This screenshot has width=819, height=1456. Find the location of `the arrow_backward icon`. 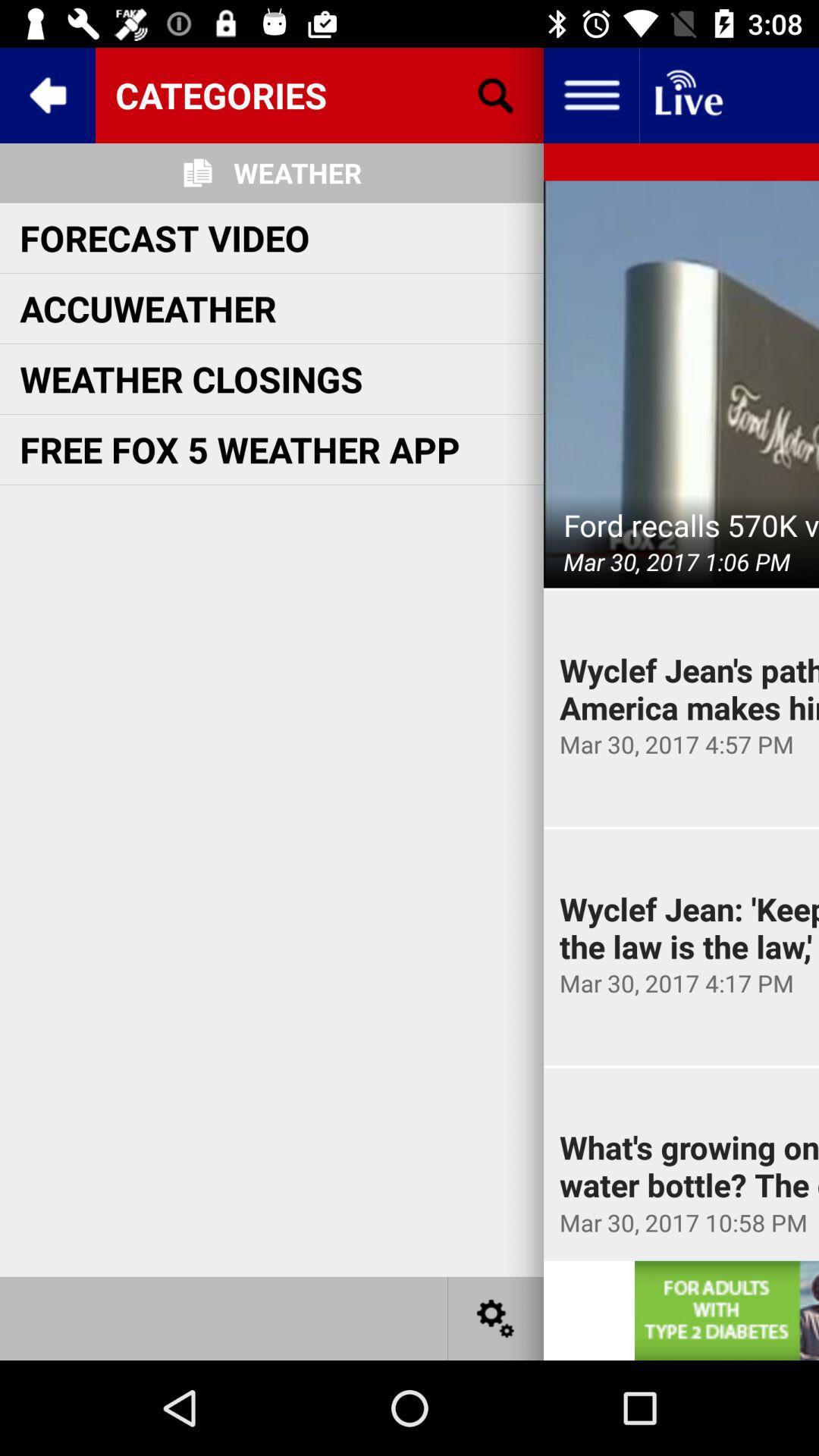

the arrow_backward icon is located at coordinates (46, 94).